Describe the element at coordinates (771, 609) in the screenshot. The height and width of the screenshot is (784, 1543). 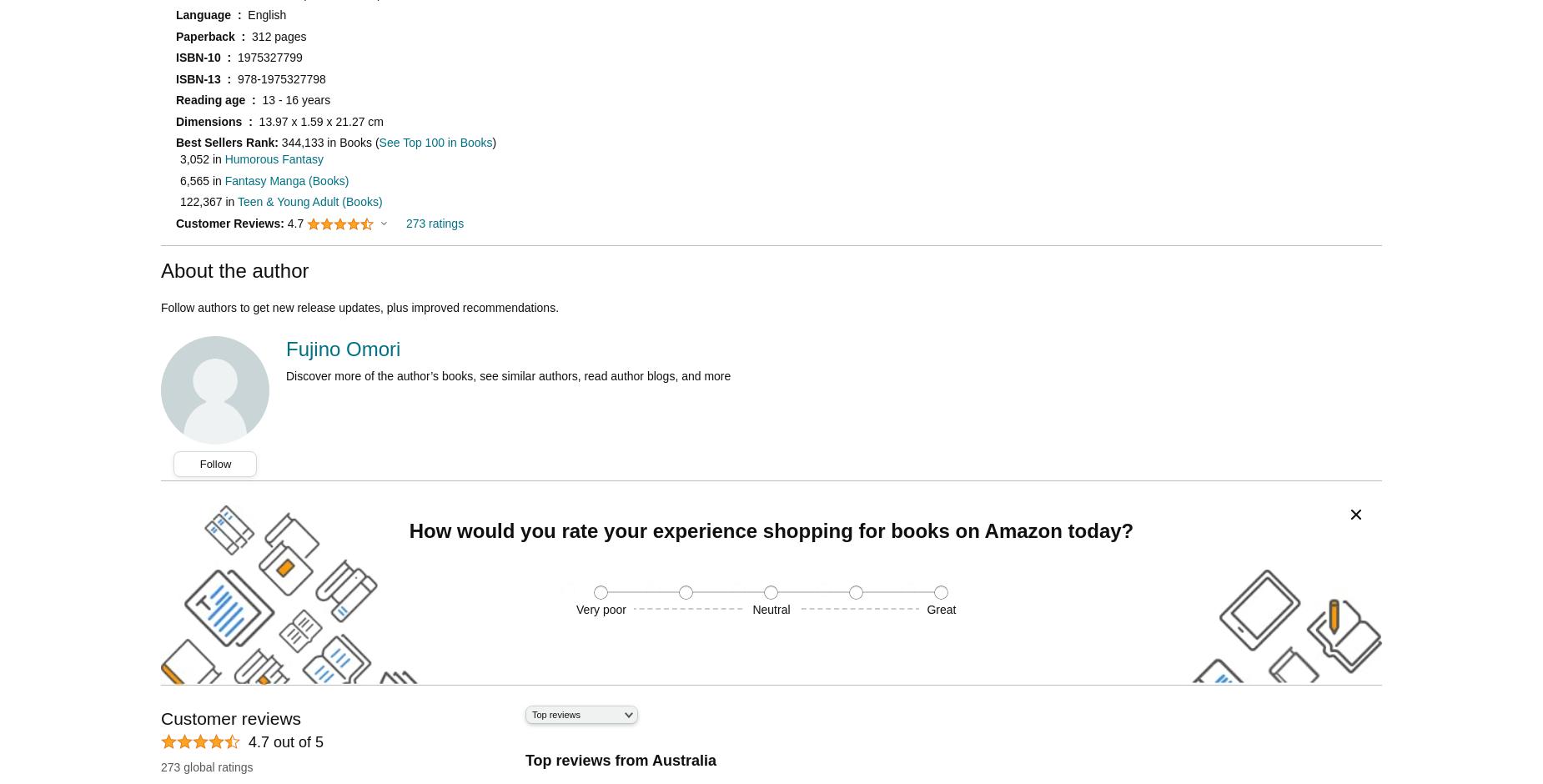
I see `'Neutral'` at that location.